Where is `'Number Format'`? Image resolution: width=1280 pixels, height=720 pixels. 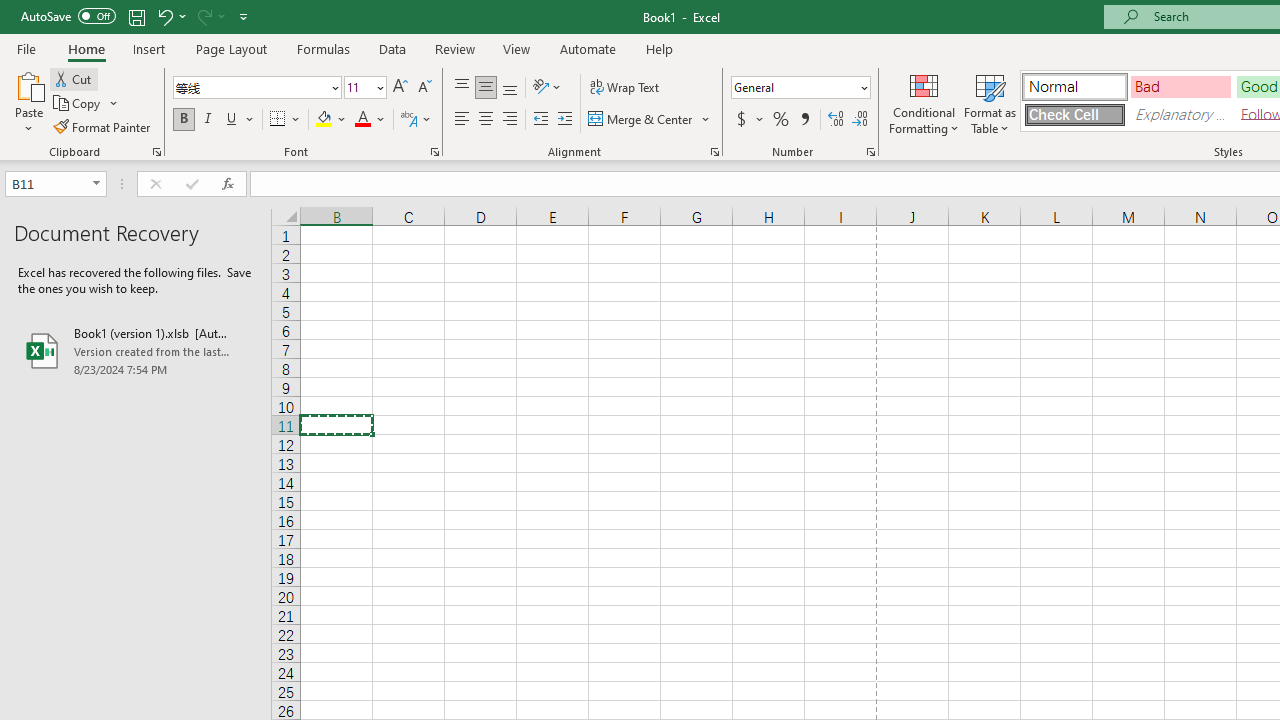
'Number Format' is located at coordinates (800, 86).